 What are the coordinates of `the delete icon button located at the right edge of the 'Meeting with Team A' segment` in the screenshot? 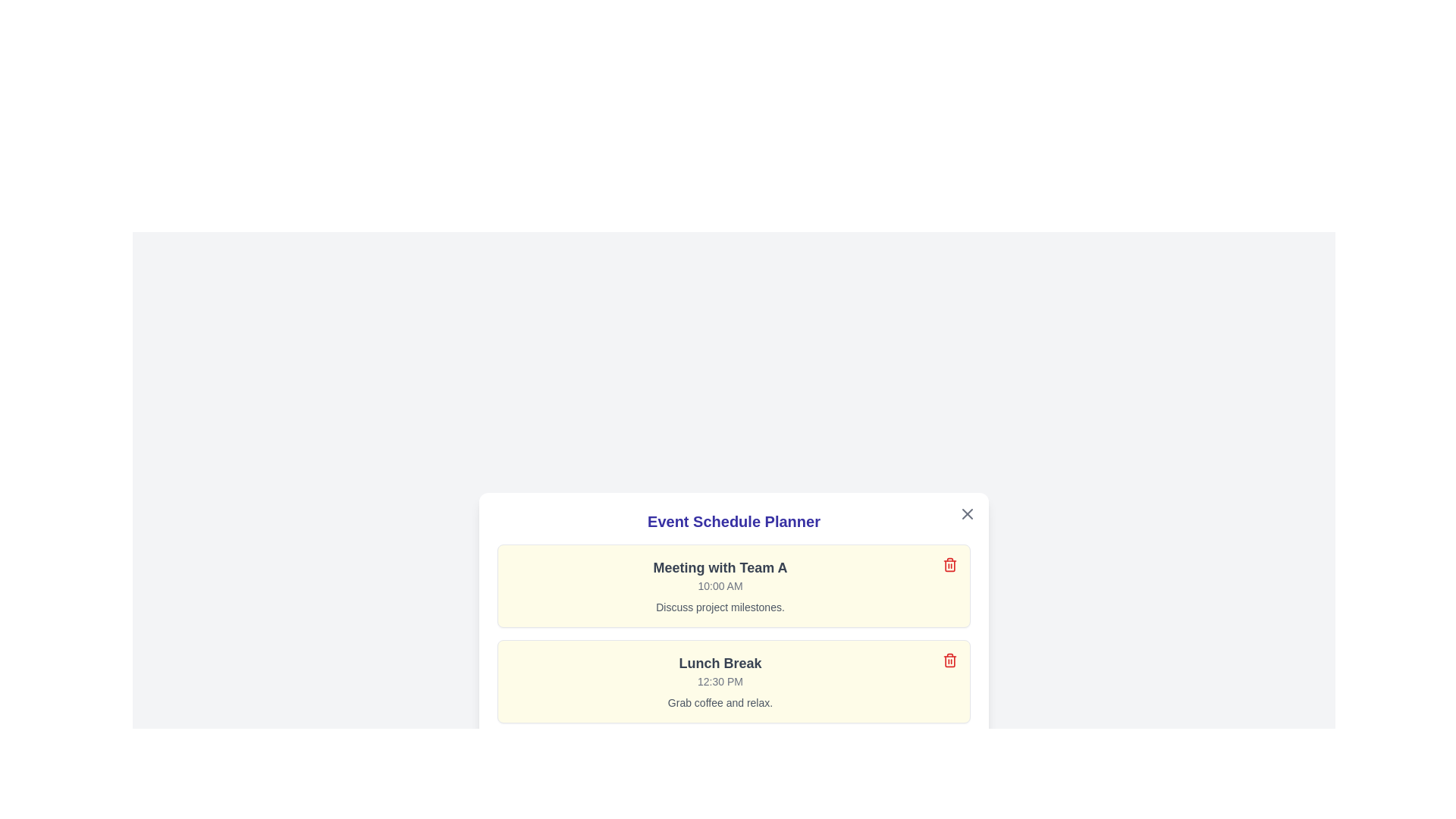 It's located at (949, 564).